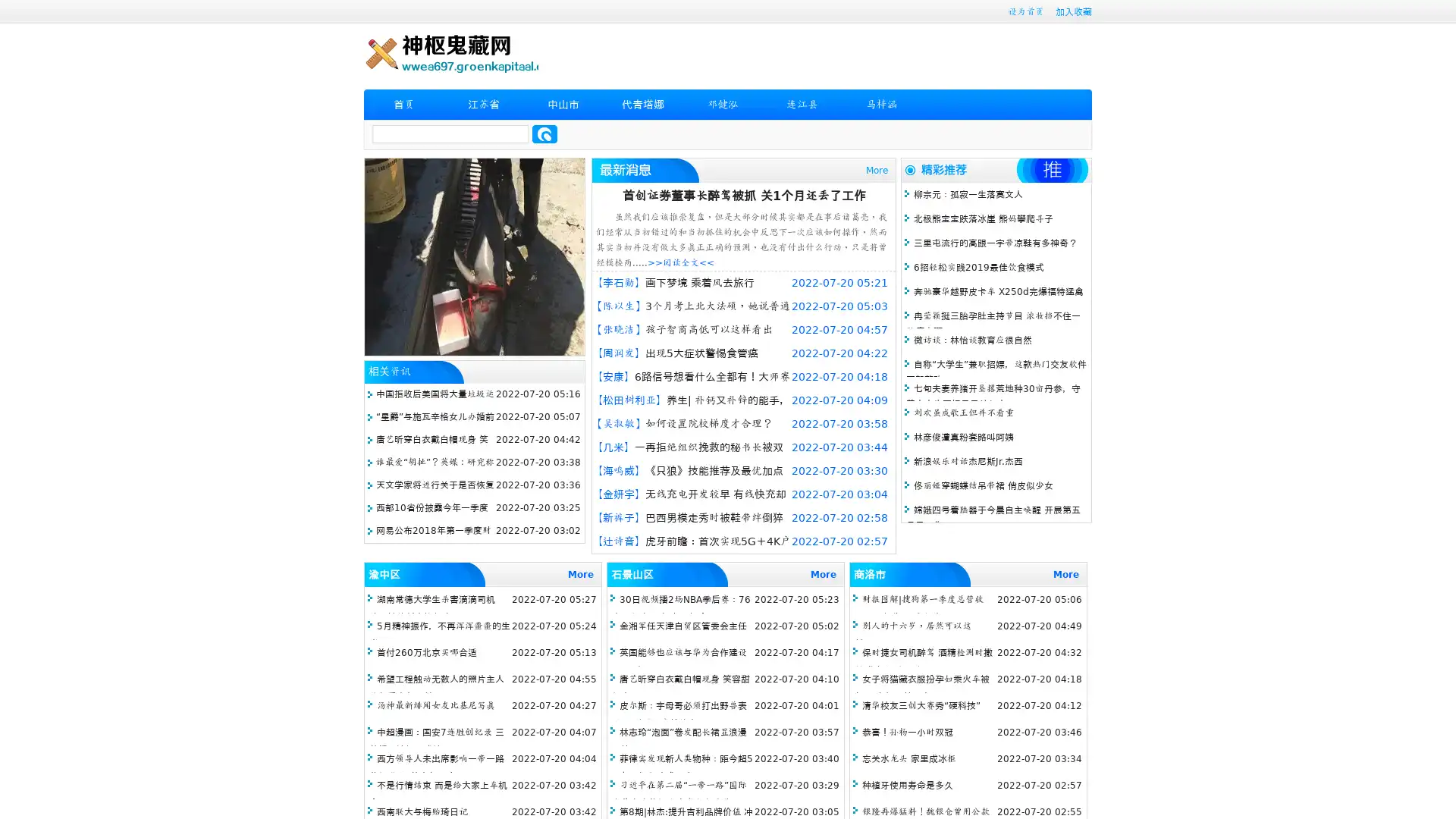  I want to click on Search, so click(544, 133).